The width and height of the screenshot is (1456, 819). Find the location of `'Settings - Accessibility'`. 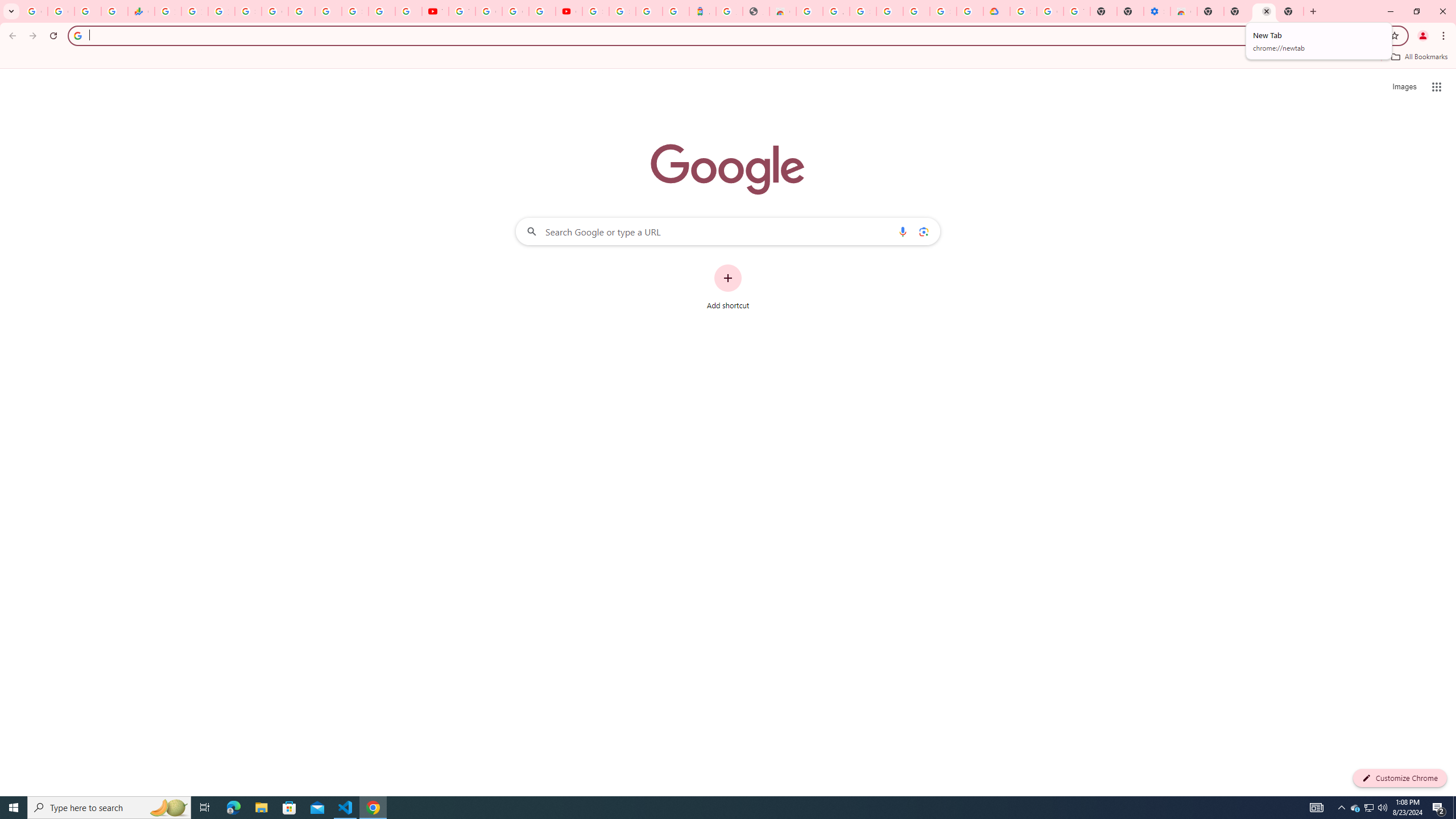

'Settings - Accessibility' is located at coordinates (1156, 11).